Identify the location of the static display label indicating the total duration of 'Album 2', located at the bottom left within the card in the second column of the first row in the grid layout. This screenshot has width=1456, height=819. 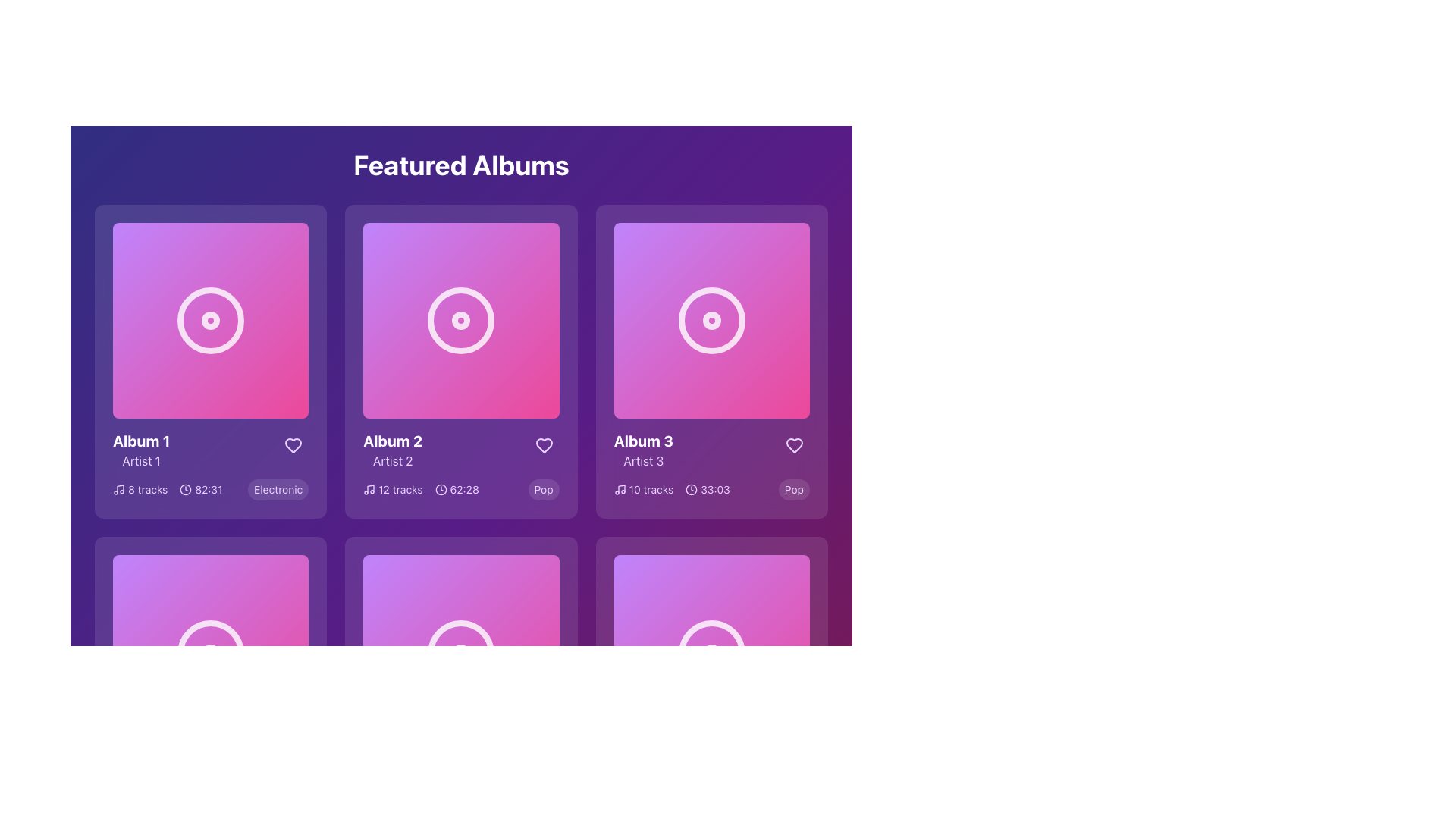
(456, 490).